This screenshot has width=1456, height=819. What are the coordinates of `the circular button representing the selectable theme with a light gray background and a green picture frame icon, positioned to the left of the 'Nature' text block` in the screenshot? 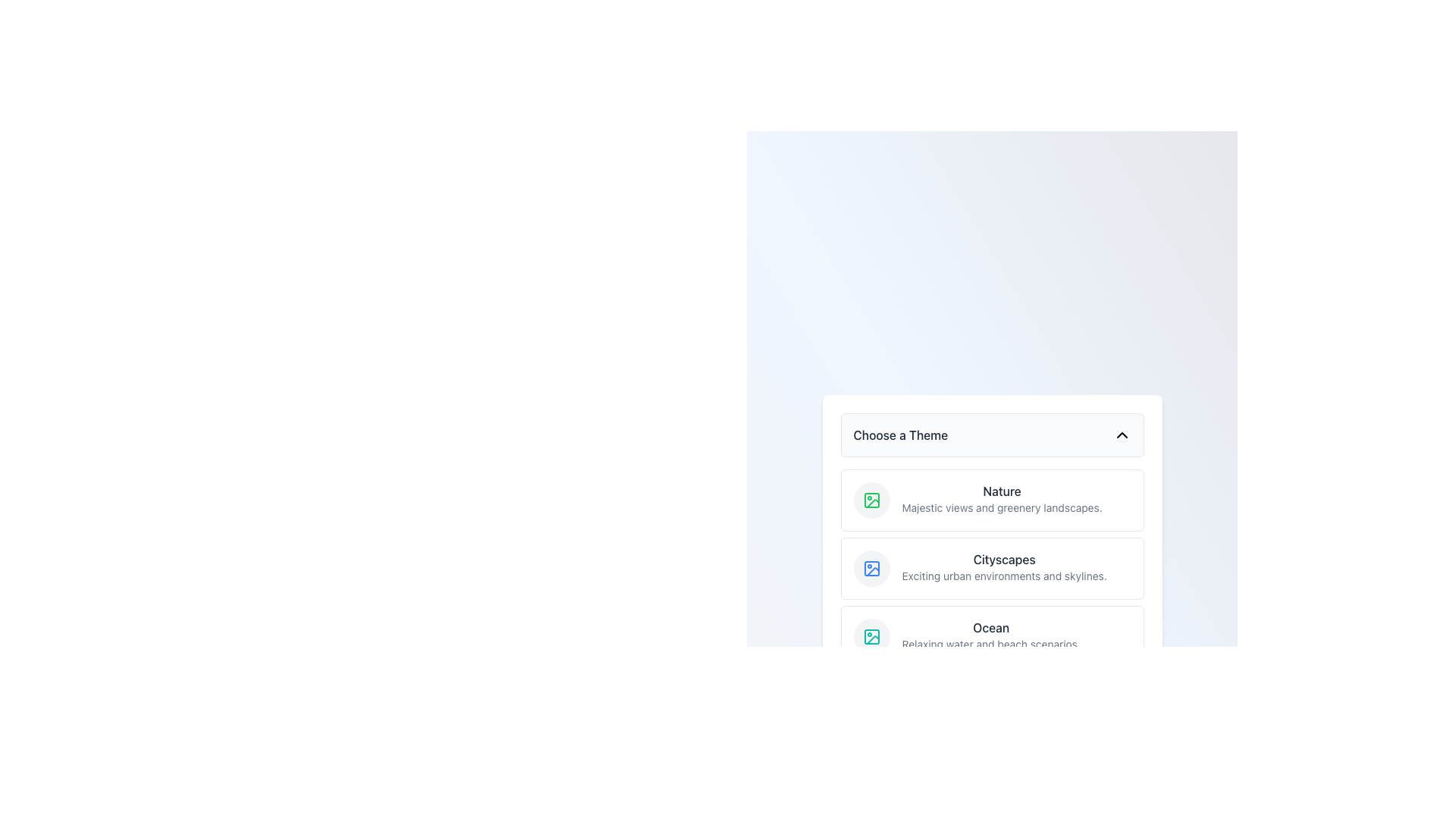 It's located at (871, 500).